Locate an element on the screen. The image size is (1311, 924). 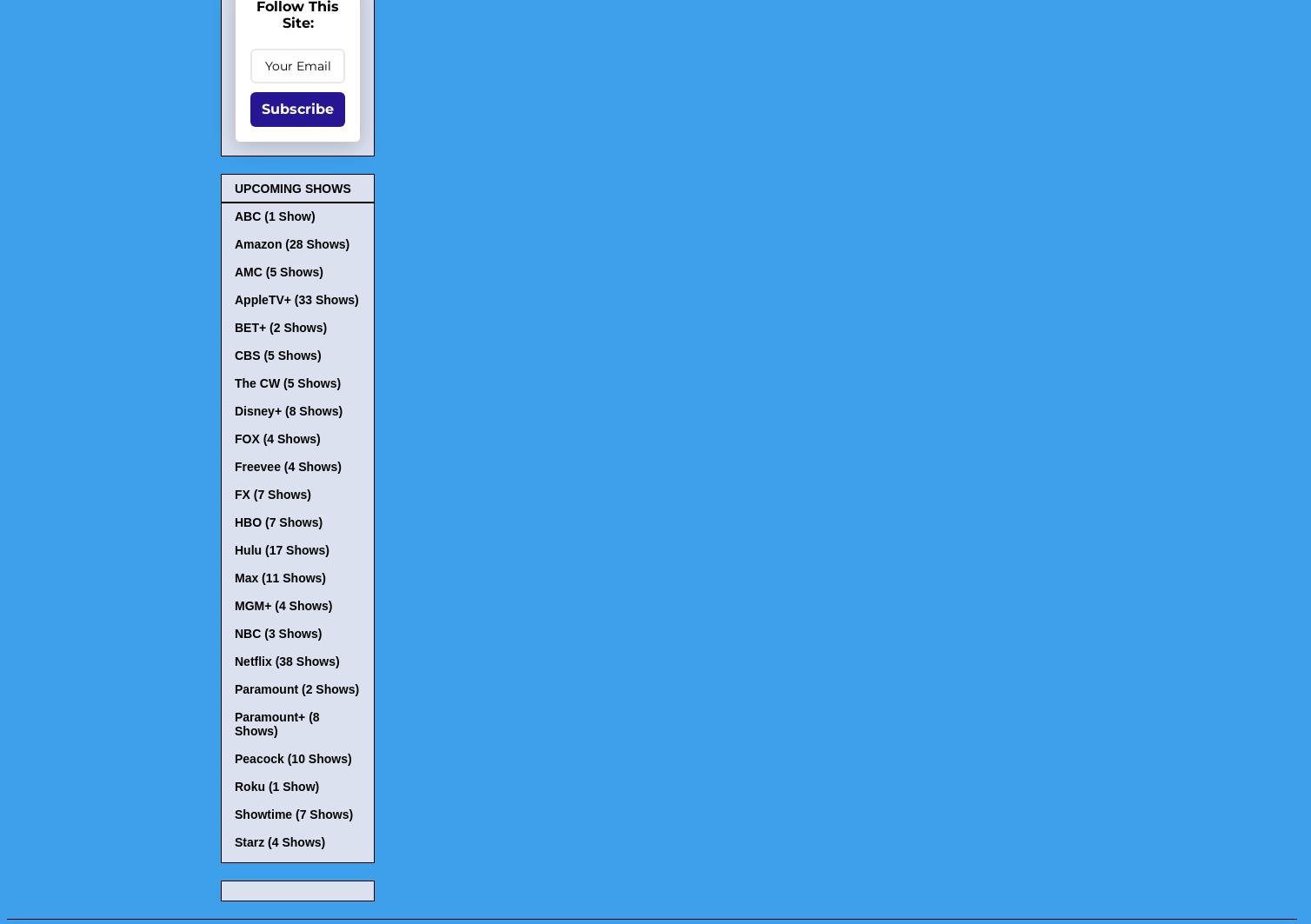
'Max (11 Shows)' is located at coordinates (233, 577).